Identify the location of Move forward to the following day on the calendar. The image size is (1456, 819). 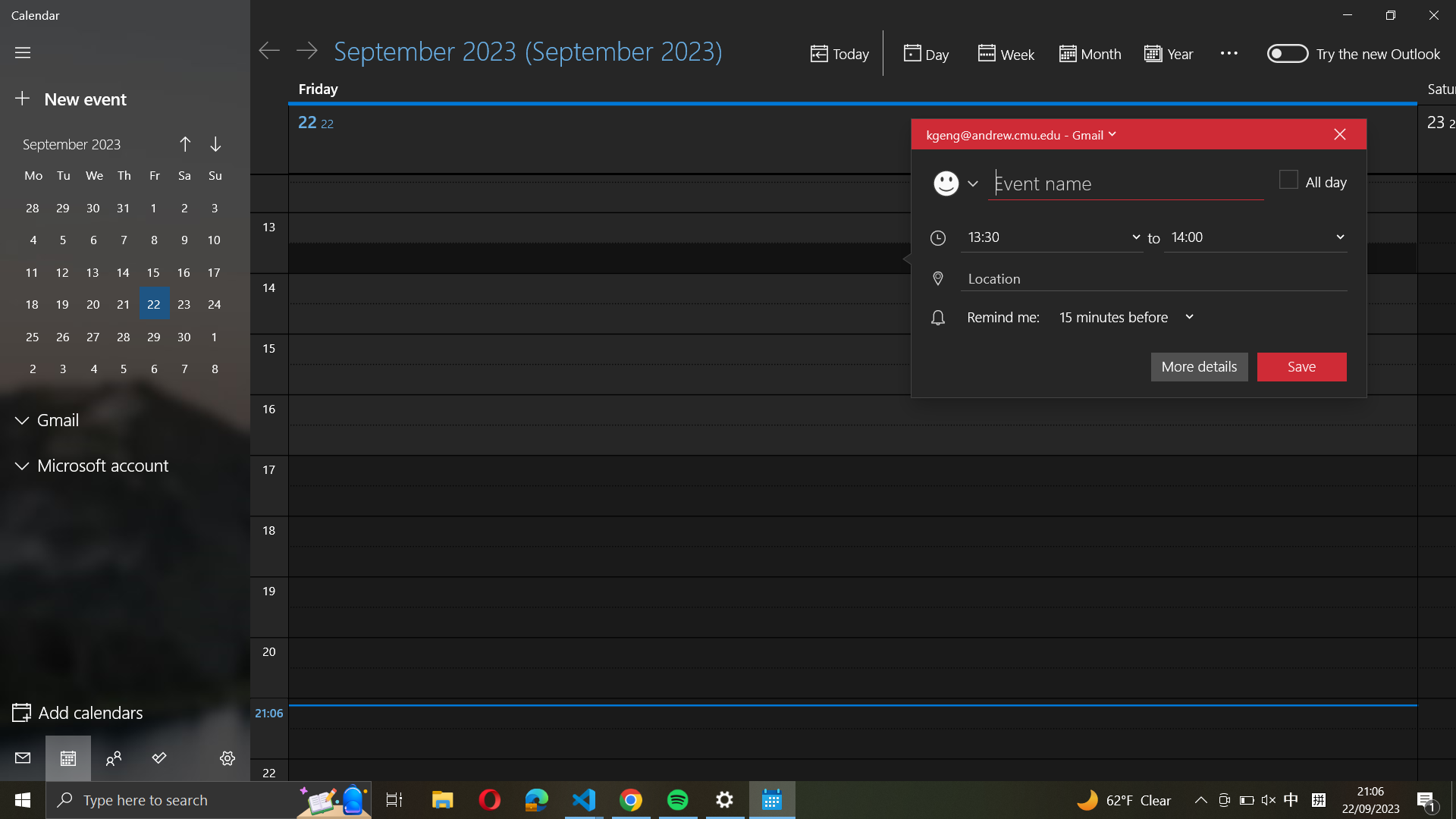
(306, 49).